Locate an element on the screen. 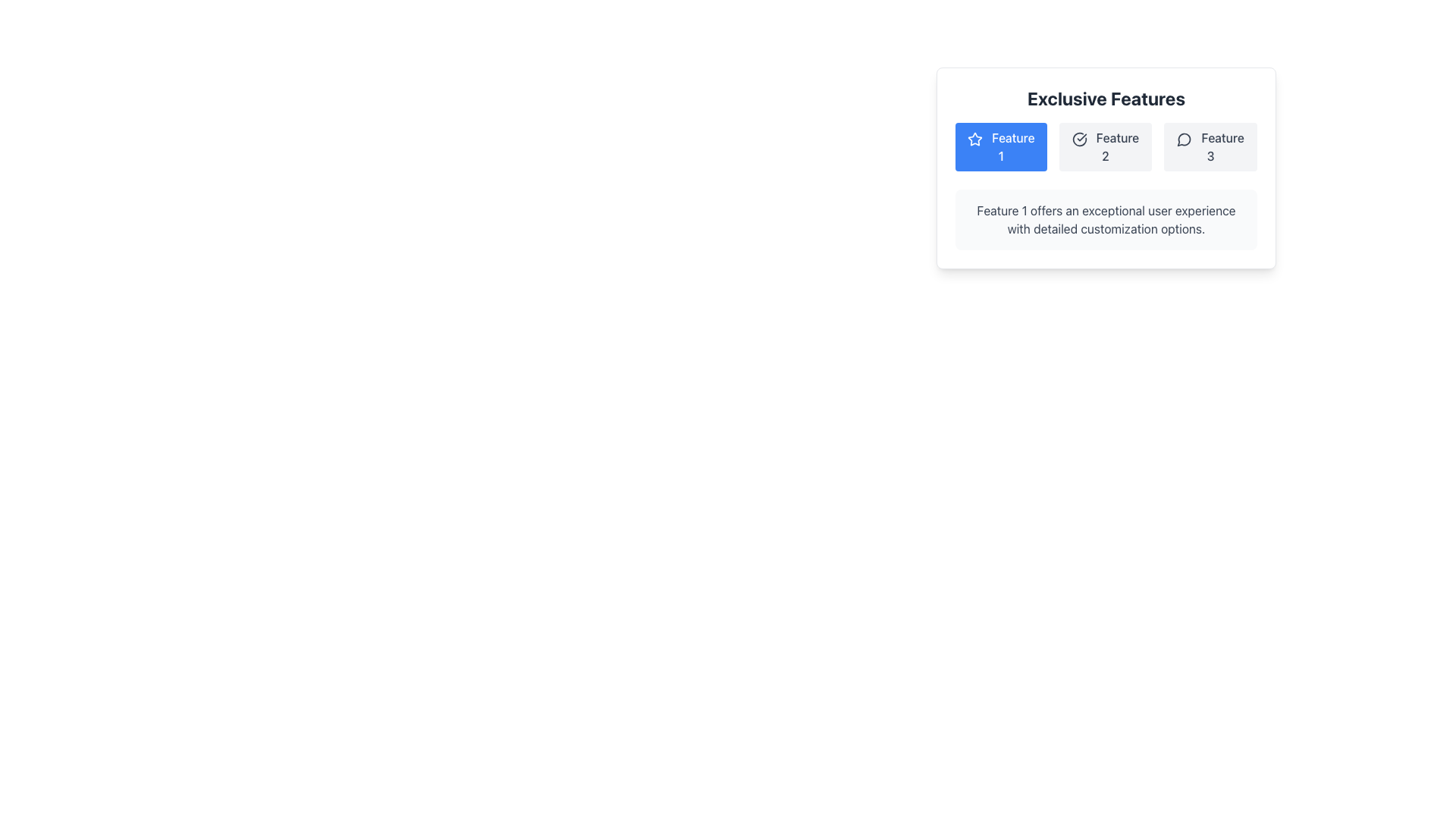 The height and width of the screenshot is (819, 1456). the visual indicator icon for the 'Feature 1' button, located to the left of the text 'Feature 1' within the 'Exclusive Features' section is located at coordinates (974, 138).